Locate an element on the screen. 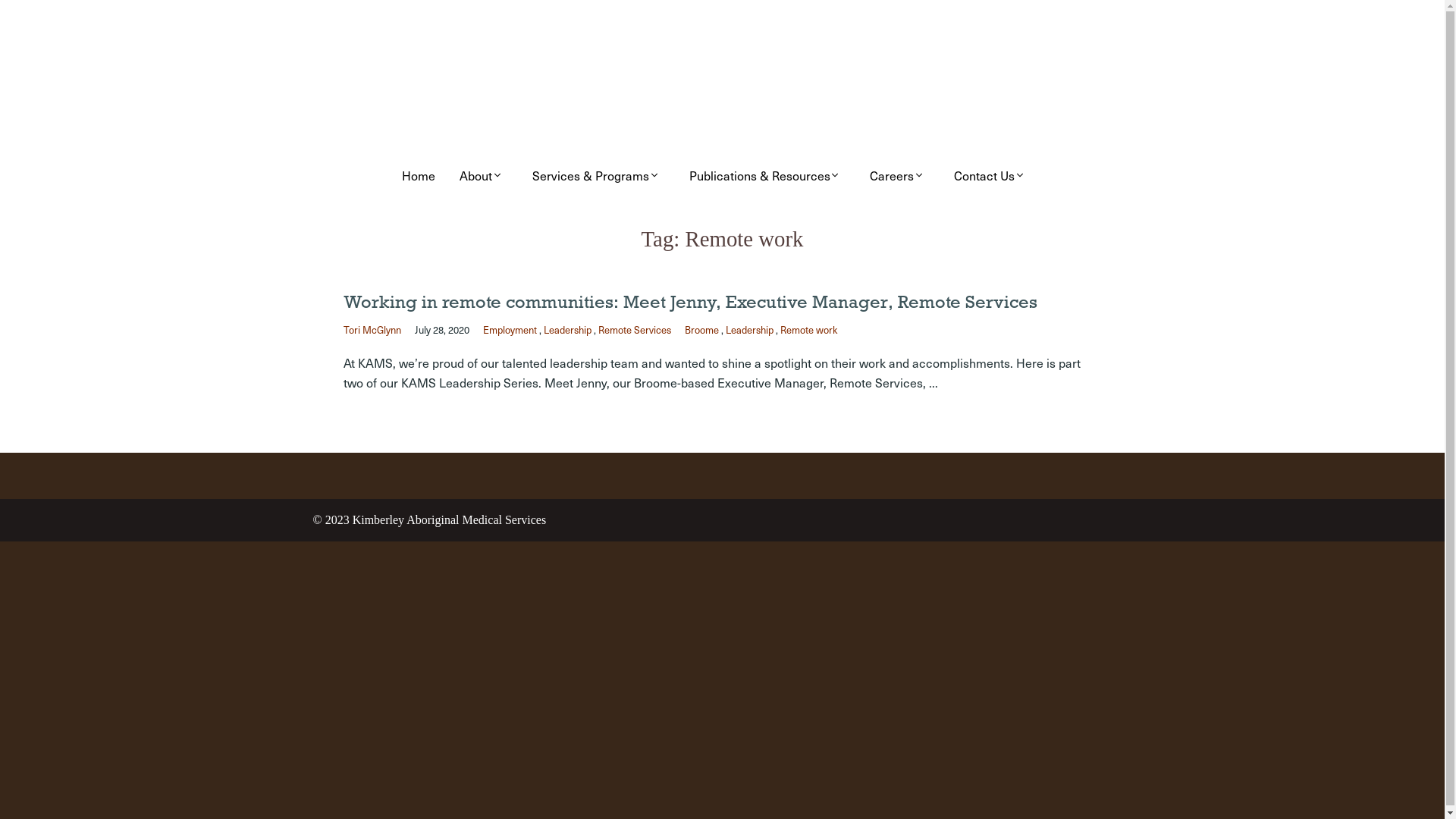  'Careers' is located at coordinates (899, 174).